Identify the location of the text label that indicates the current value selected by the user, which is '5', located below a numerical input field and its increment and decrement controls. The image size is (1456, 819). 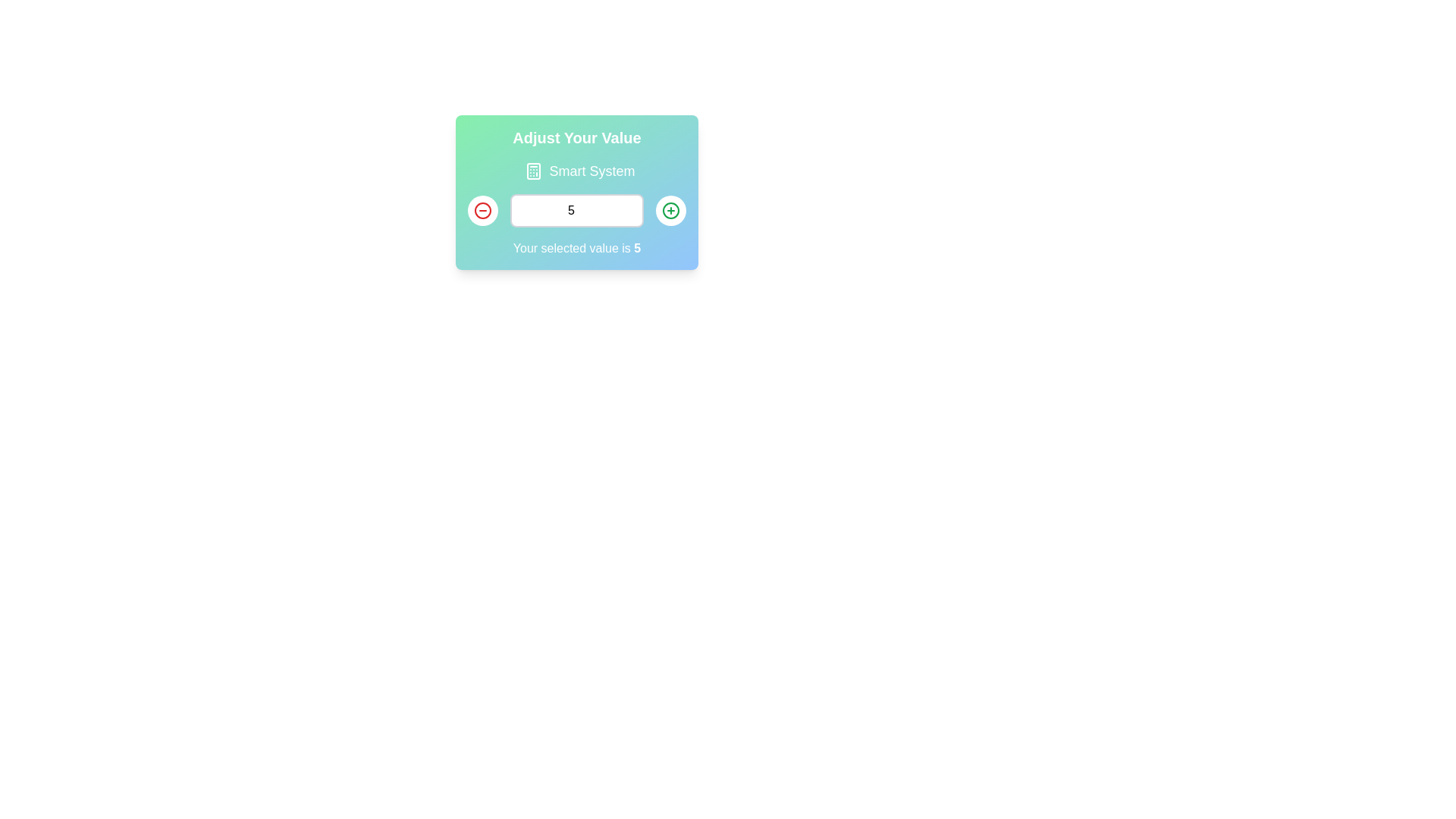
(576, 247).